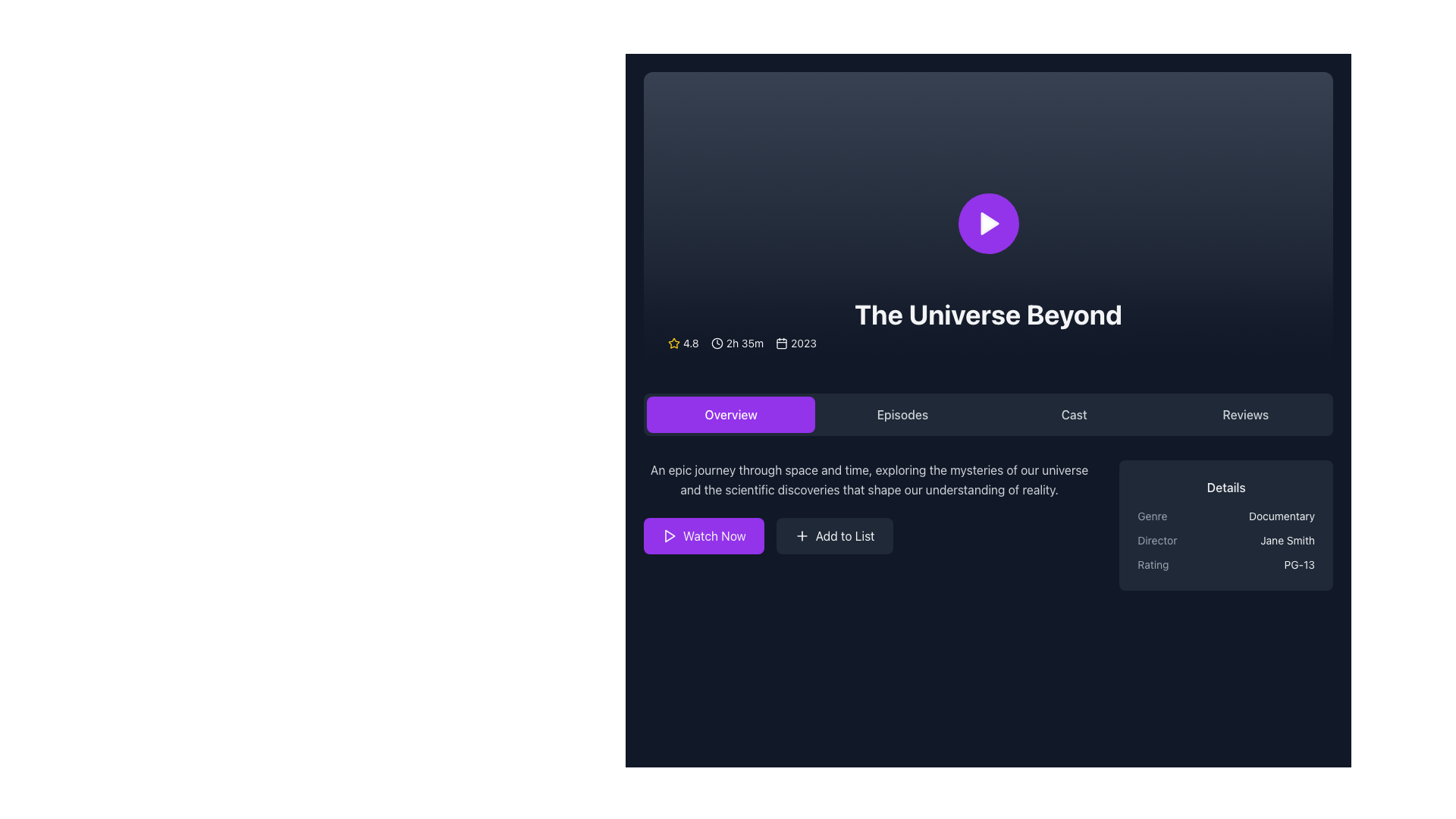 The height and width of the screenshot is (819, 1456). What do you see at coordinates (1226, 525) in the screenshot?
I see `content displayed in the informational panel located on the far-right side, below the 'Add to List' button` at bounding box center [1226, 525].